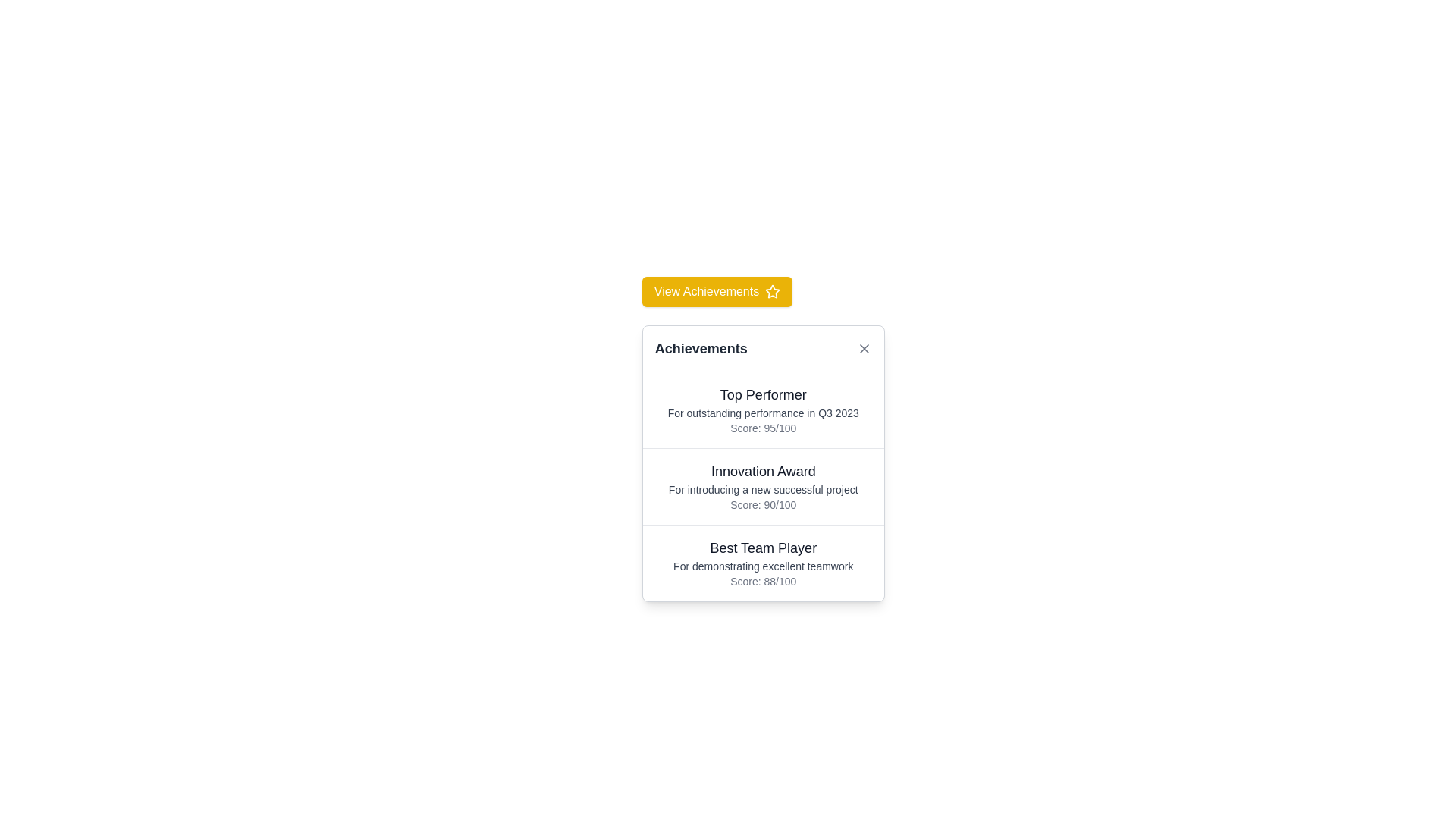 The image size is (1456, 819). I want to click on the static text display showing 'Score: 95/100', which is centrally aligned beneath the text 'For outstanding performance in Q3 2023', so click(763, 428).